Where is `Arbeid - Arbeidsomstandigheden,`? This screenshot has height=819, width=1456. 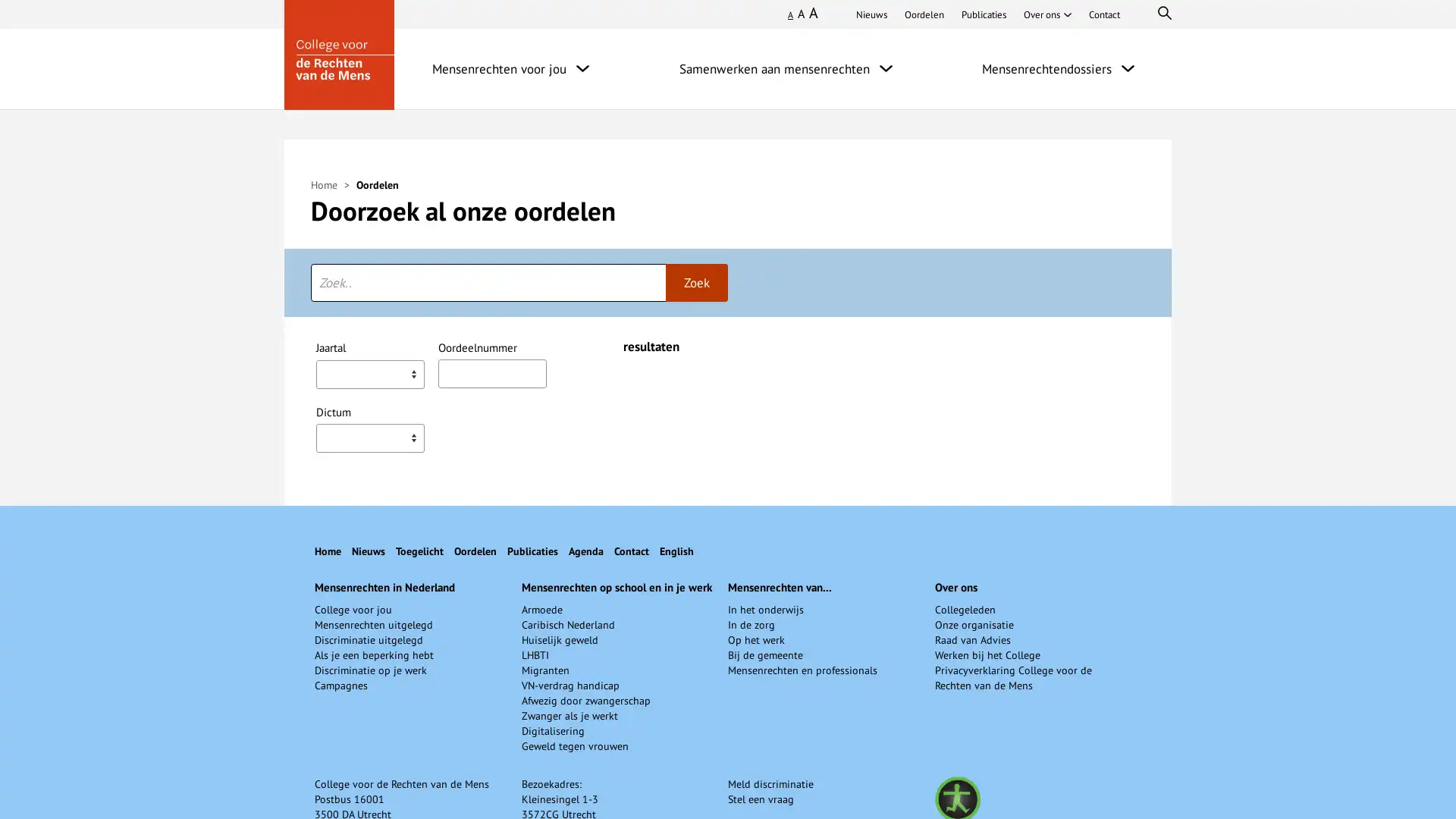 Arbeid - Arbeidsomstandigheden, is located at coordinates (742, 645).